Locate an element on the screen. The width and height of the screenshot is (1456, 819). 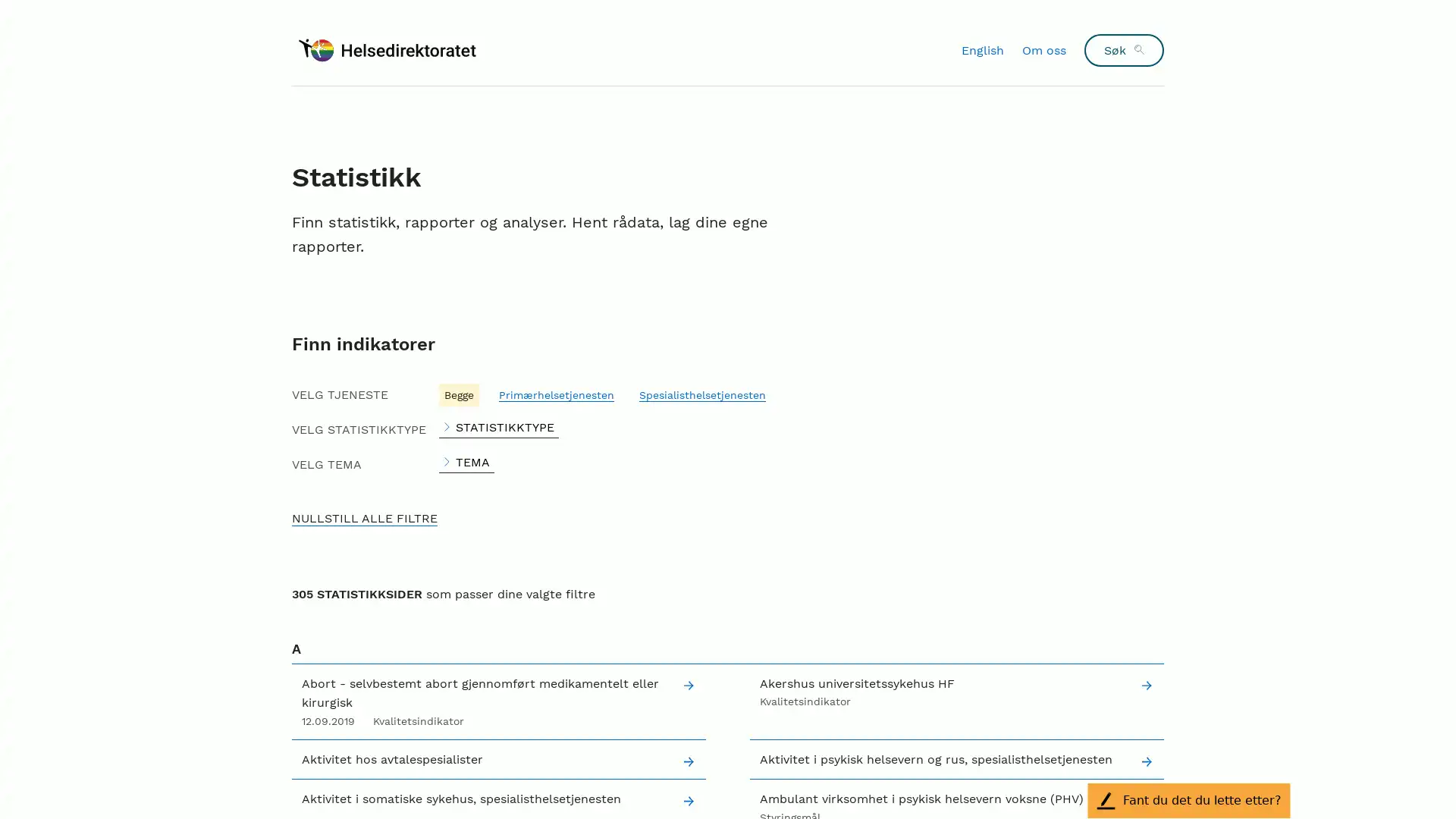
STATISTIKKTYPE is located at coordinates (498, 428).